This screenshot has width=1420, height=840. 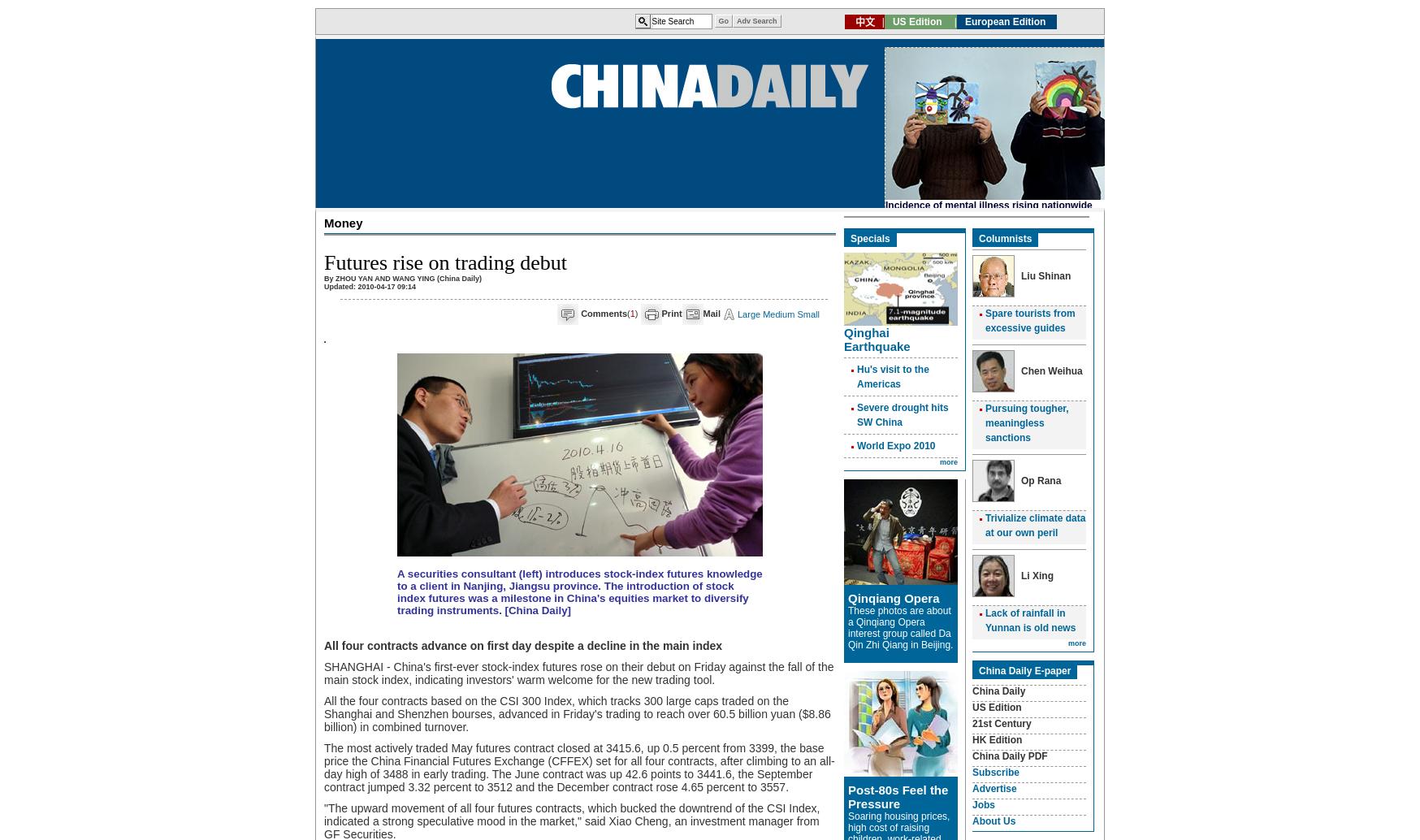 What do you see at coordinates (898, 795) in the screenshot?
I see `'Post-80s Feel the Pressure'` at bounding box center [898, 795].